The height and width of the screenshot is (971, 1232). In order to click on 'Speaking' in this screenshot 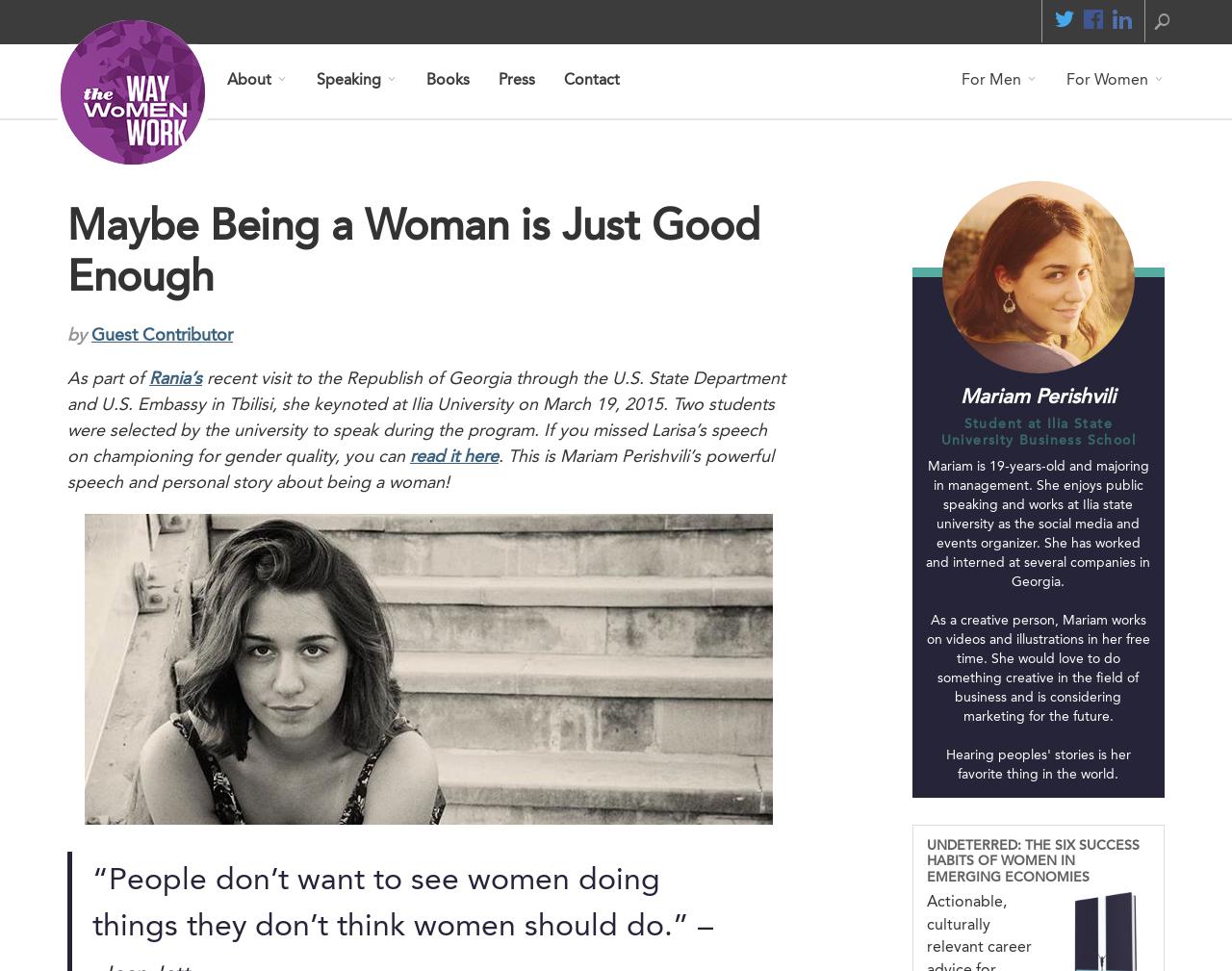, I will do `click(316, 79)`.